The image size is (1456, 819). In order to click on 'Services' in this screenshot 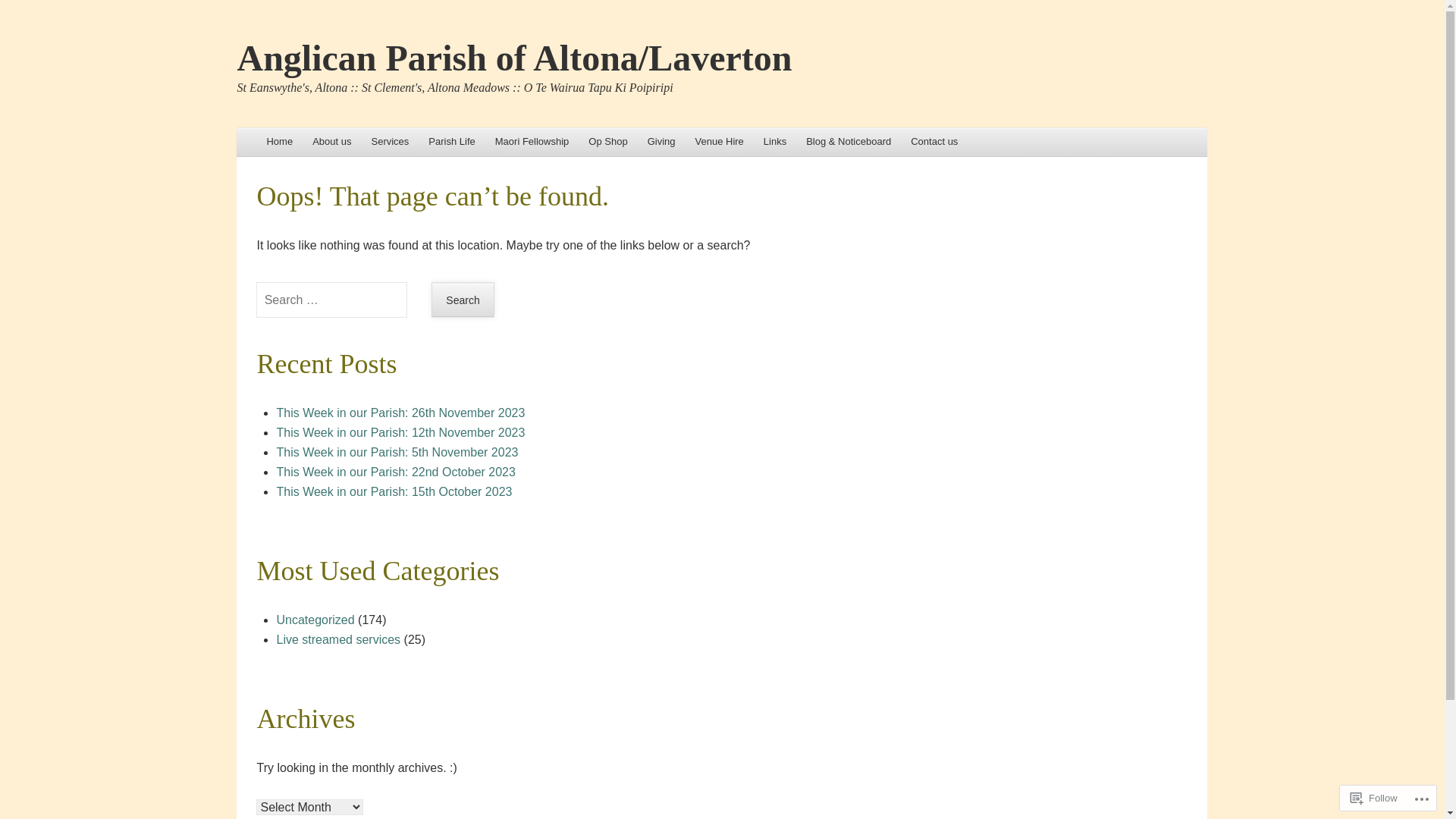, I will do `click(359, 142)`.